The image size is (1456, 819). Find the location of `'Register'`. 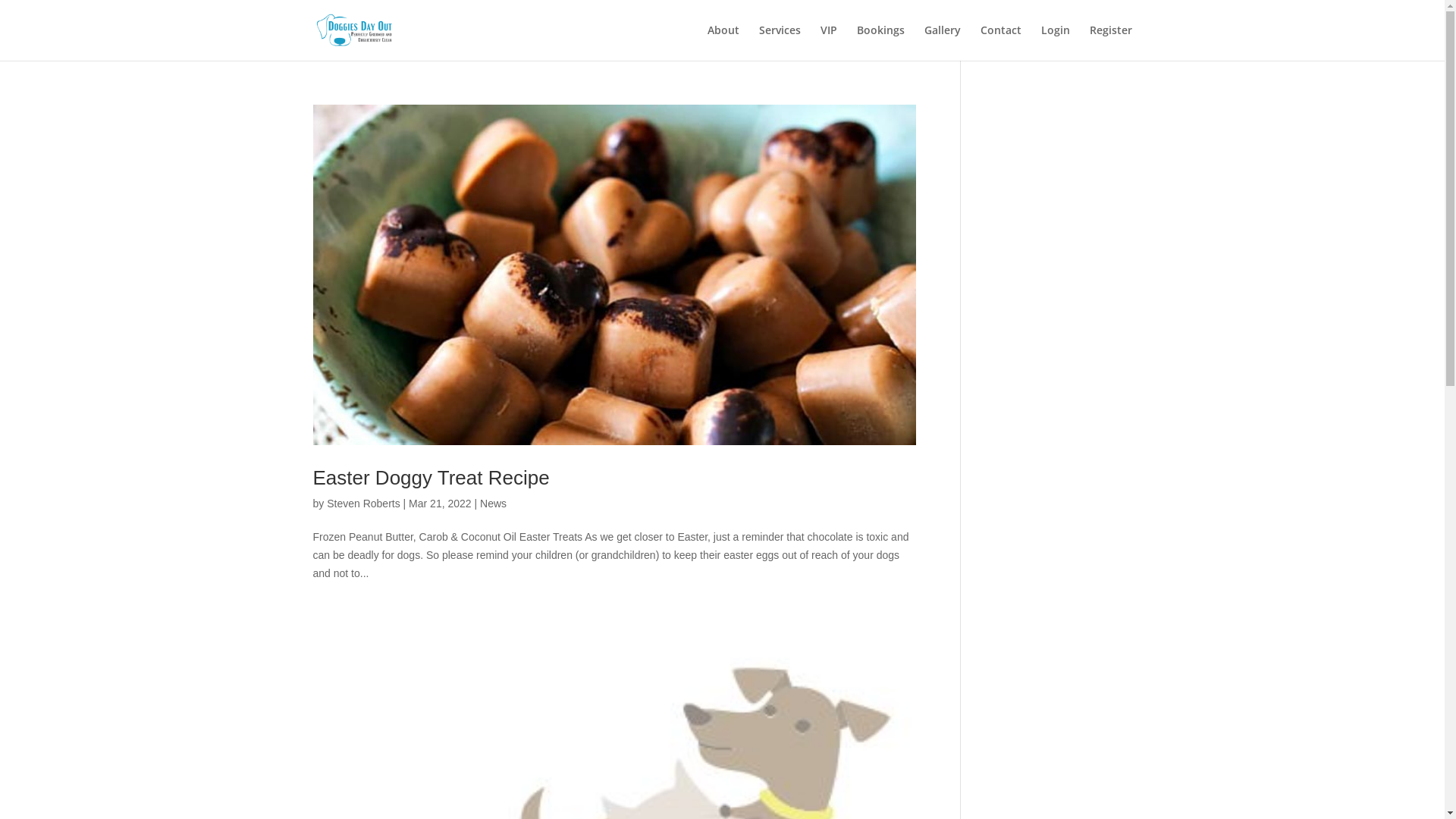

'Register' is located at coordinates (1110, 42).